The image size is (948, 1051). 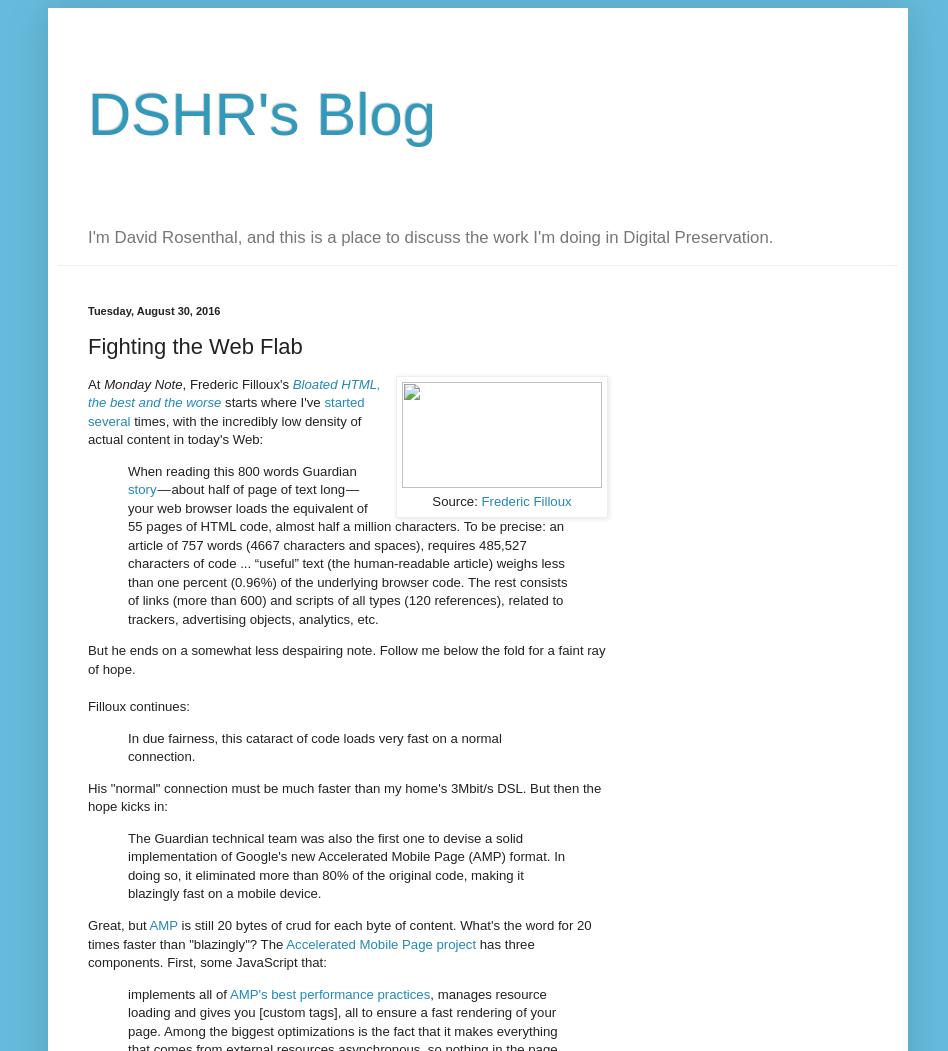 I want to click on 'starts where I've', so click(x=272, y=401).